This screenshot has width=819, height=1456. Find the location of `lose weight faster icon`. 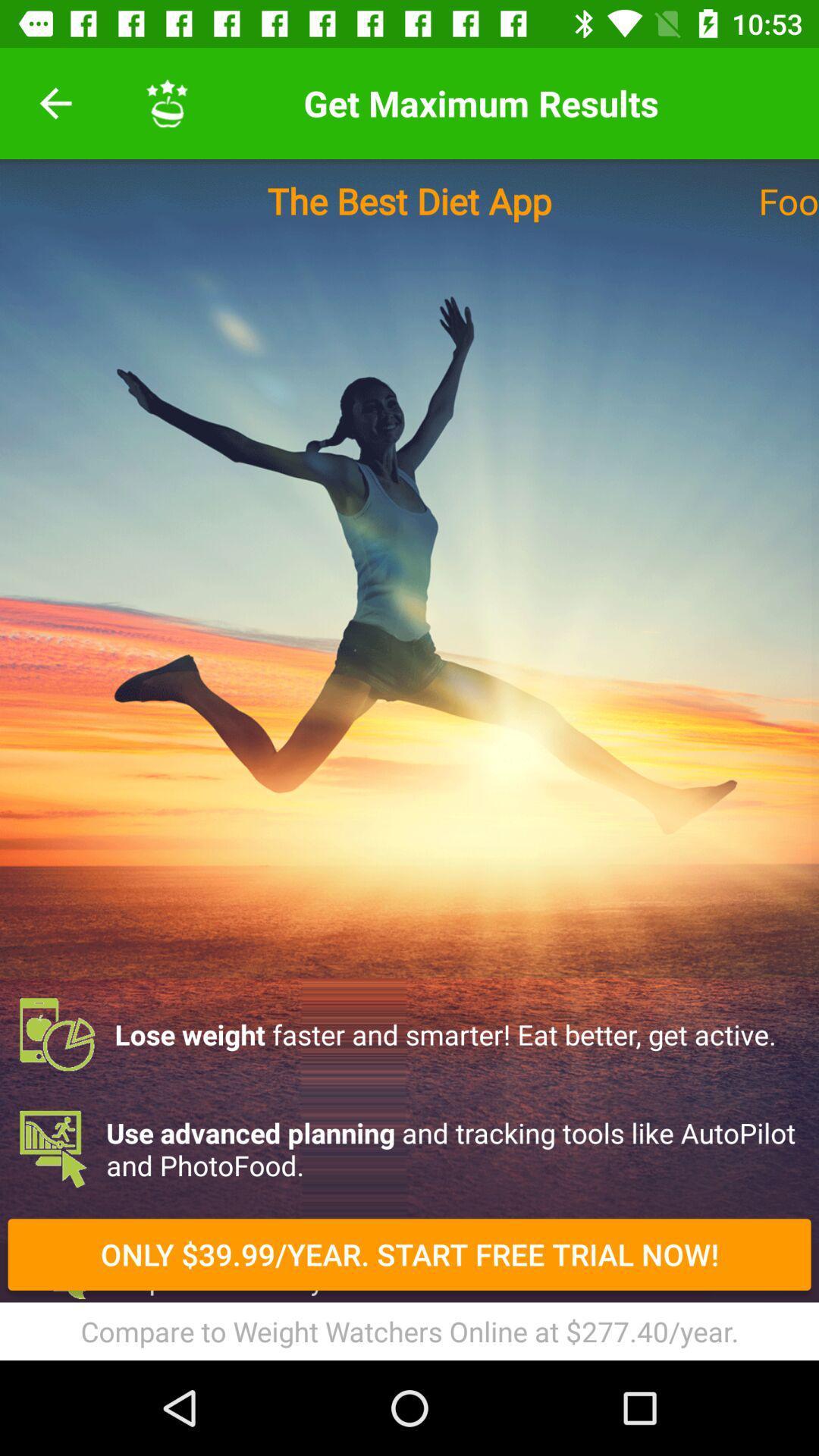

lose weight faster icon is located at coordinates (409, 1034).